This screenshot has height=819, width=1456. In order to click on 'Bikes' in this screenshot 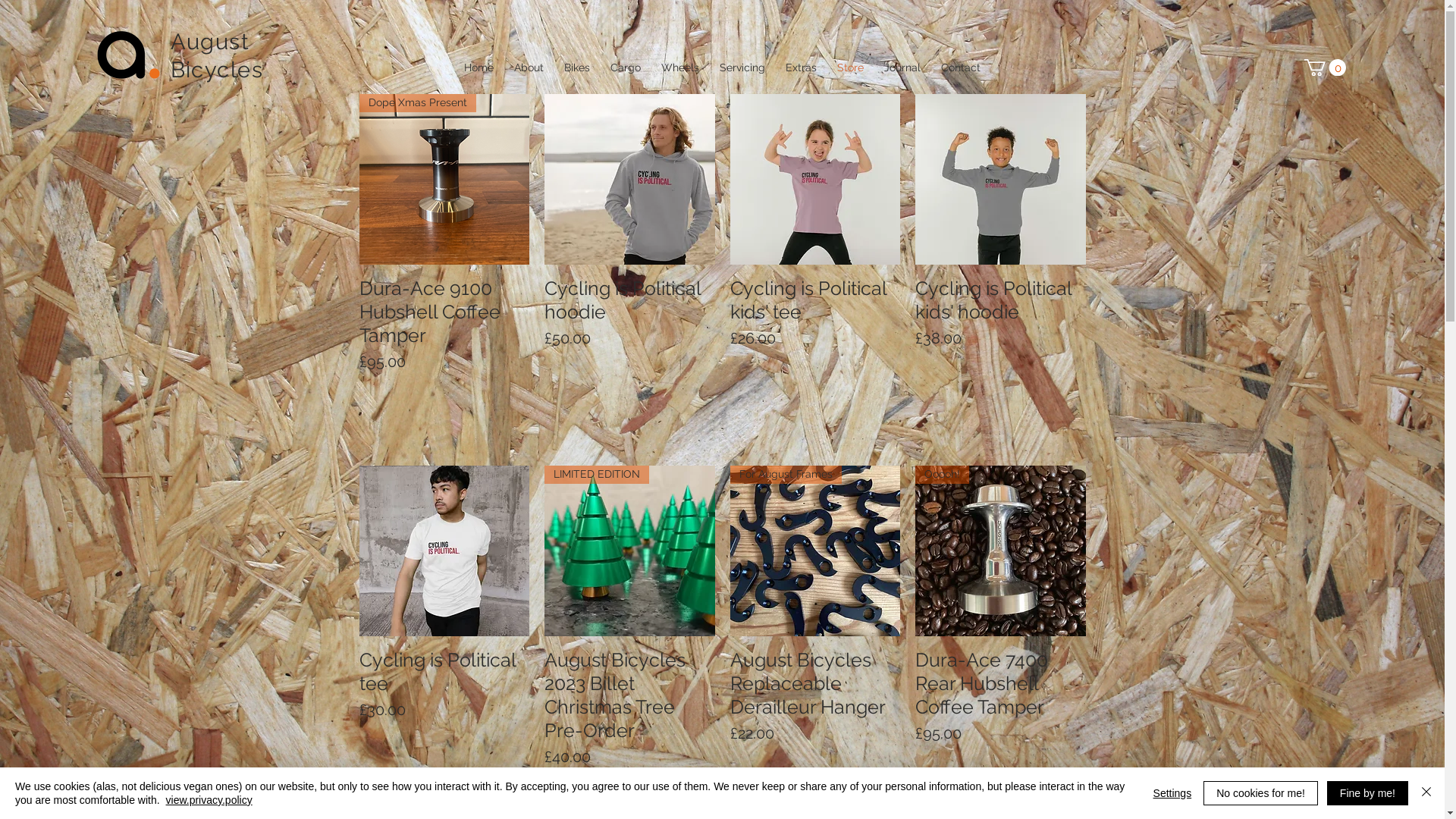, I will do `click(576, 66)`.